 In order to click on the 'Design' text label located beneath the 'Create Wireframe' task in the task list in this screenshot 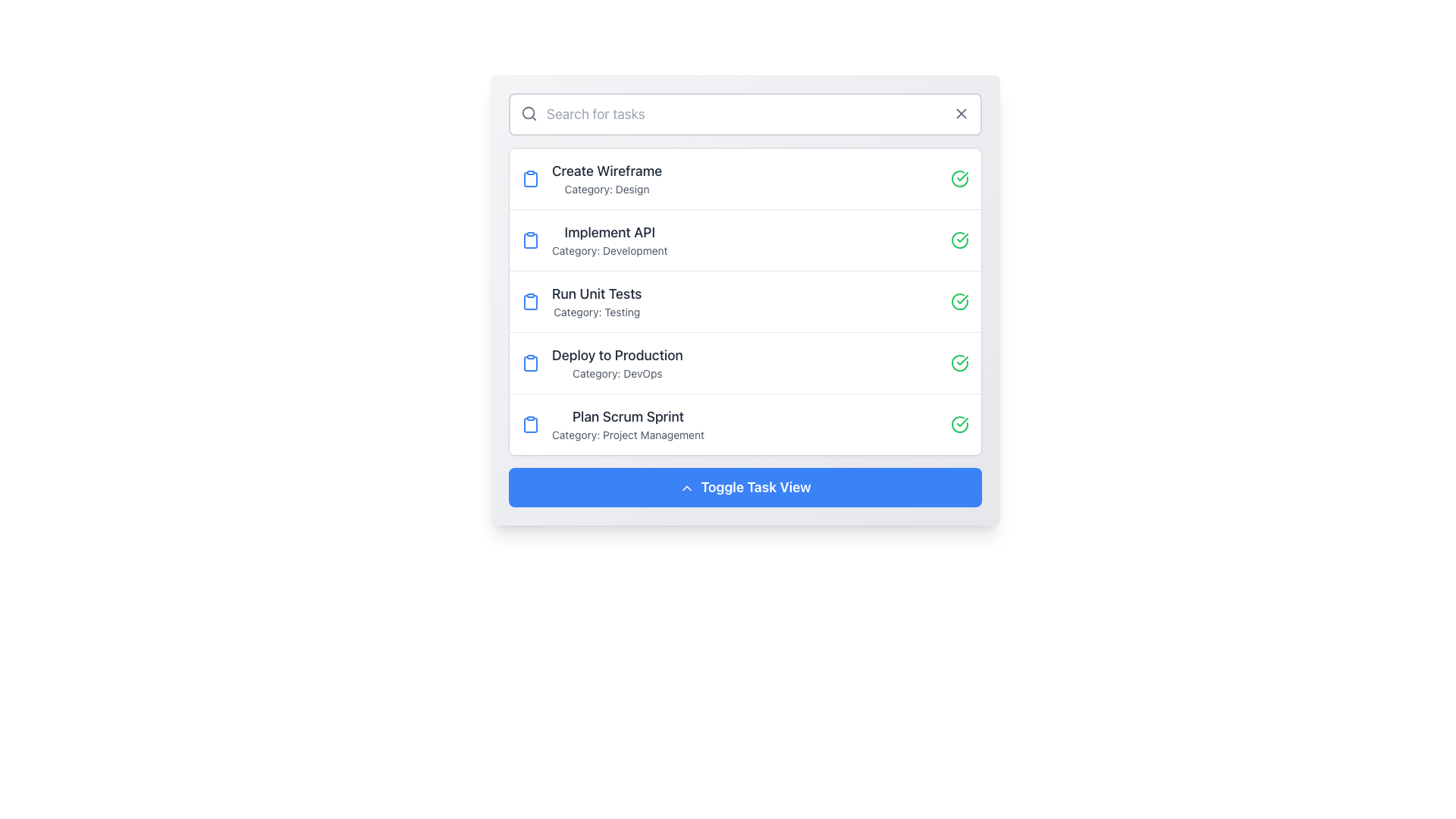, I will do `click(607, 189)`.